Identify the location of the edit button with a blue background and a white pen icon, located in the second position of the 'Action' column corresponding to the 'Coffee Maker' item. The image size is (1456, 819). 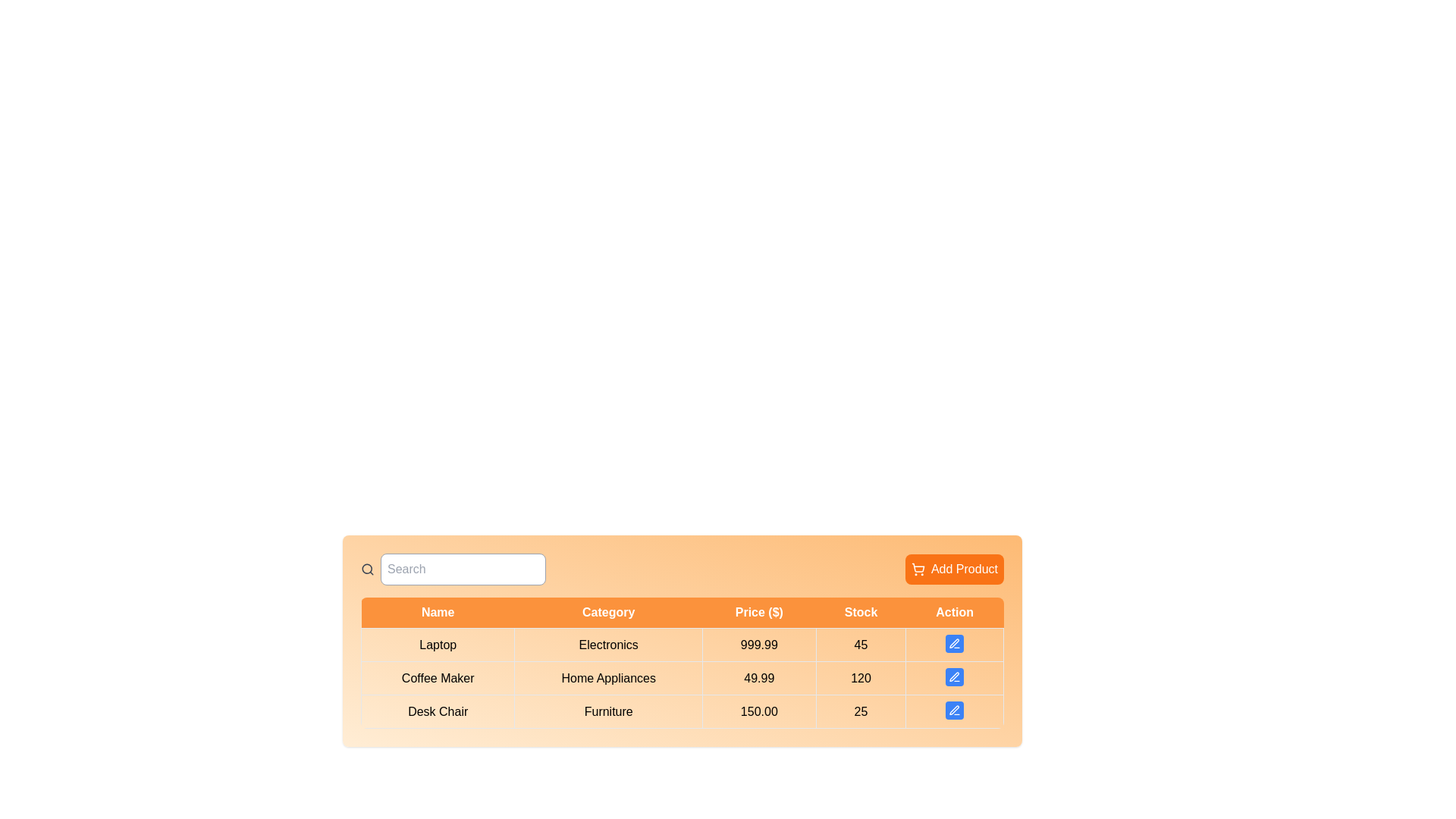
(953, 676).